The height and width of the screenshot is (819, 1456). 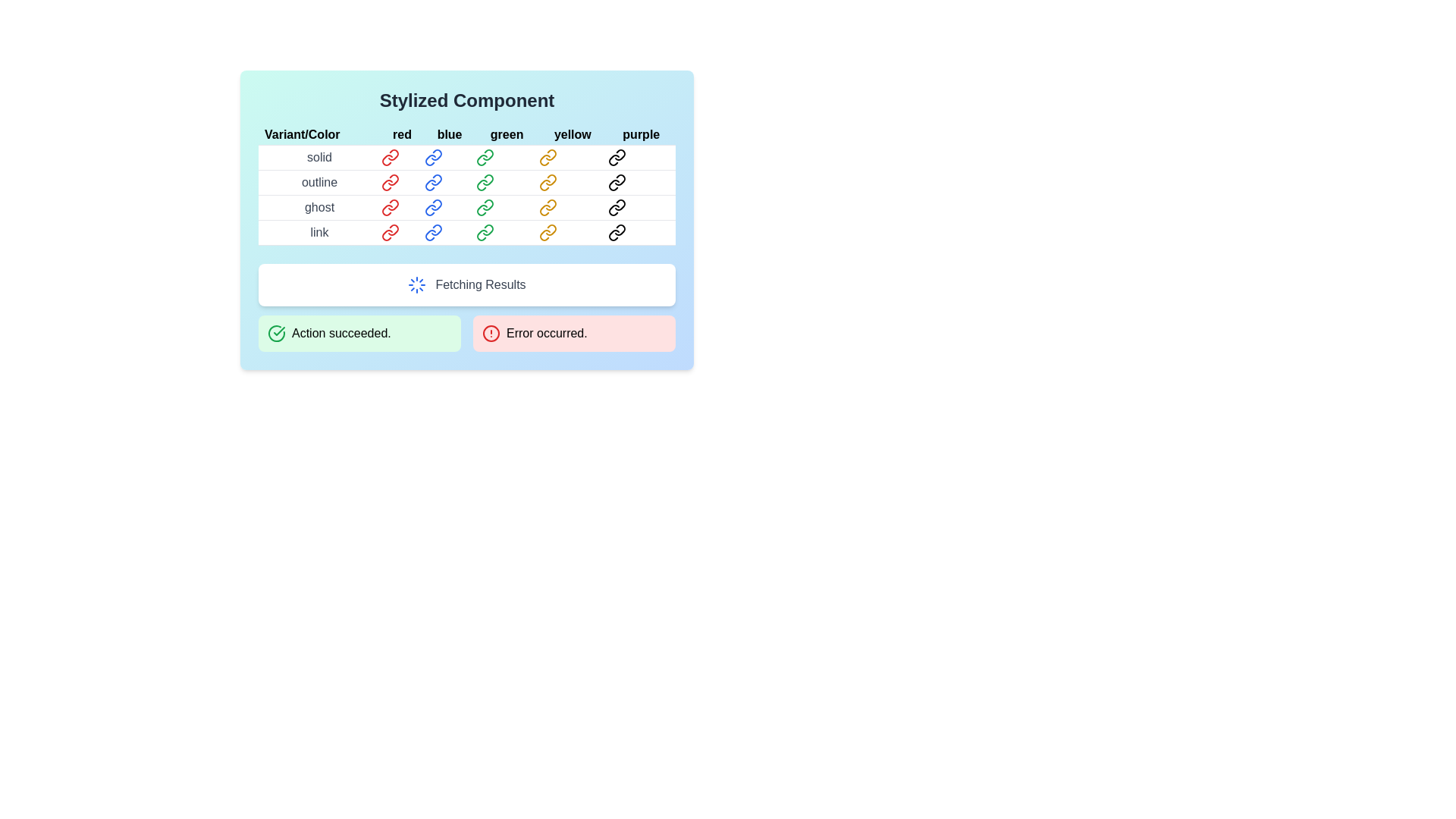 What do you see at coordinates (318, 181) in the screenshot?
I see `the text label that displays the word 'outline' in the first column of the second row in the table-like structure` at bounding box center [318, 181].